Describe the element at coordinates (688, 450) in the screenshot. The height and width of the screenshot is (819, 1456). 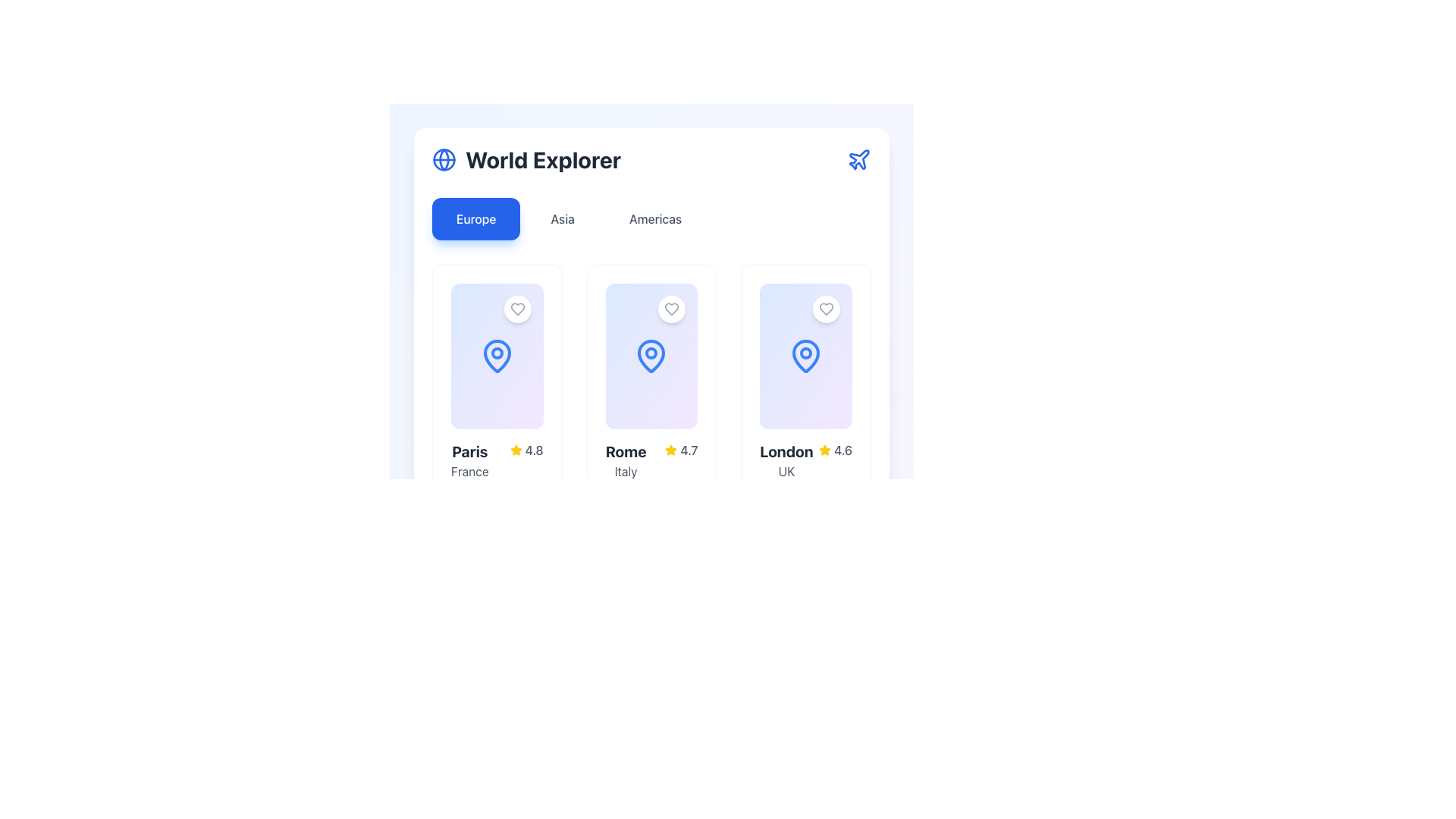
I see `the rating text label indicating the score or quality of the 'Rome' card, which is located in the middle of a row of three cards and has a yellow star icon to its left` at that location.